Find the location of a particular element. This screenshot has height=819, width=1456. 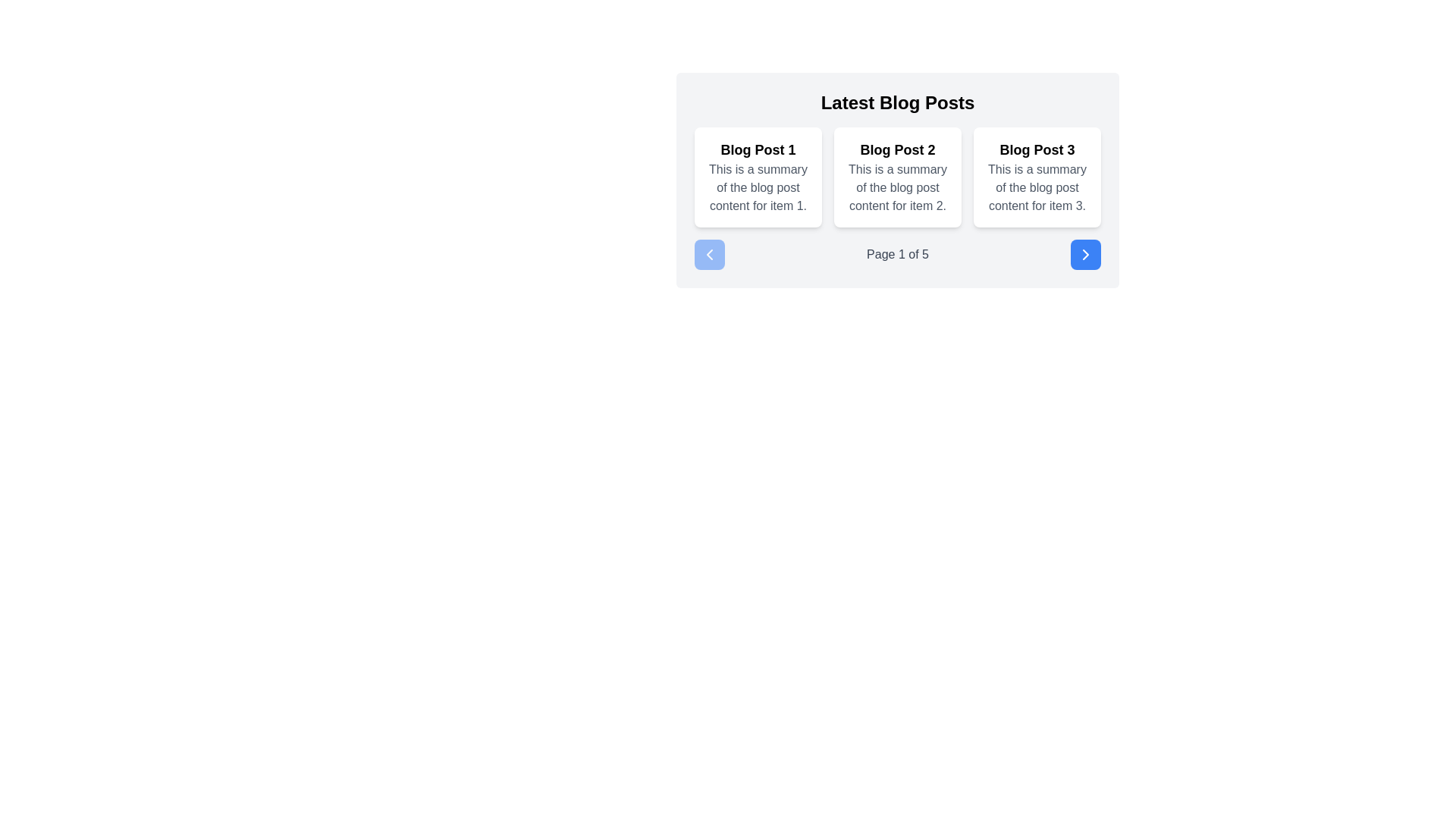

the static text label that indicates the current page in a set of 5 pages, which is centrally positioned between two navigation arrow buttons is located at coordinates (898, 253).